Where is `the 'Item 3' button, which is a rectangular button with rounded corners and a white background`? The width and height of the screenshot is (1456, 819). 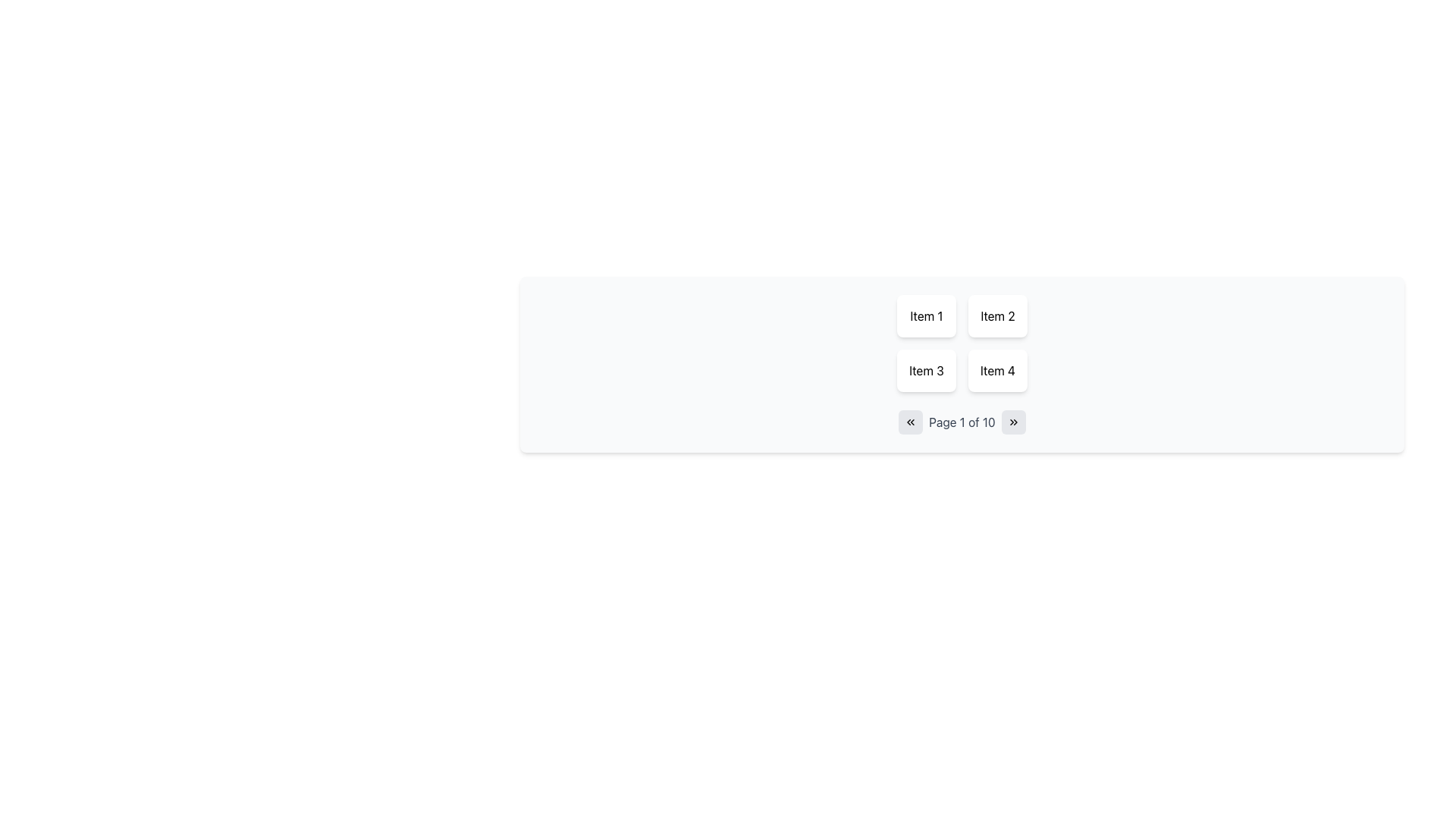 the 'Item 3' button, which is a rectangular button with rounded corners and a white background is located at coordinates (926, 371).